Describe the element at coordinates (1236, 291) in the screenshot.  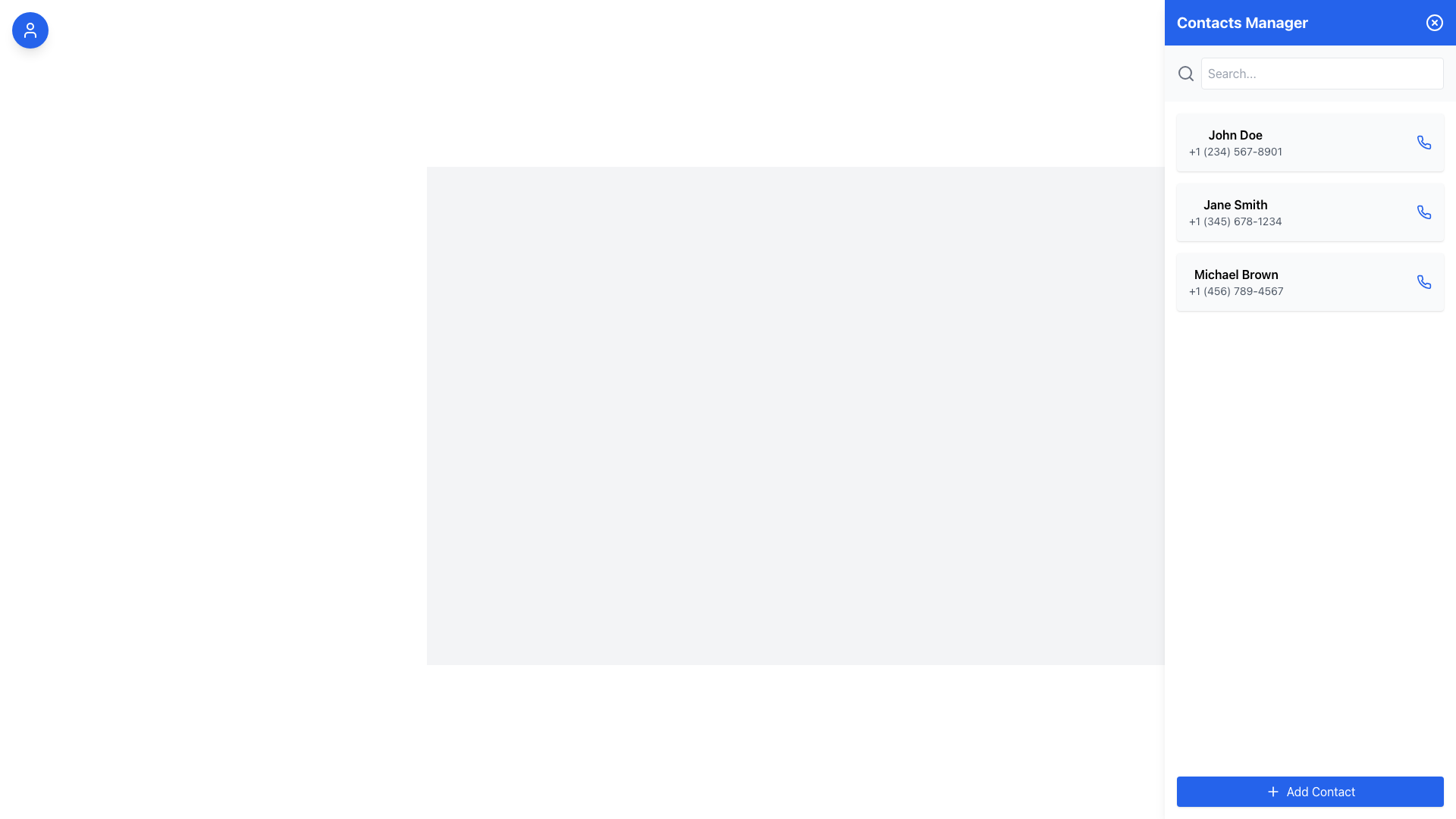
I see `the phone number text for the contact 'Michael Brown' in the right-side panel, which is the second line below the name` at that location.